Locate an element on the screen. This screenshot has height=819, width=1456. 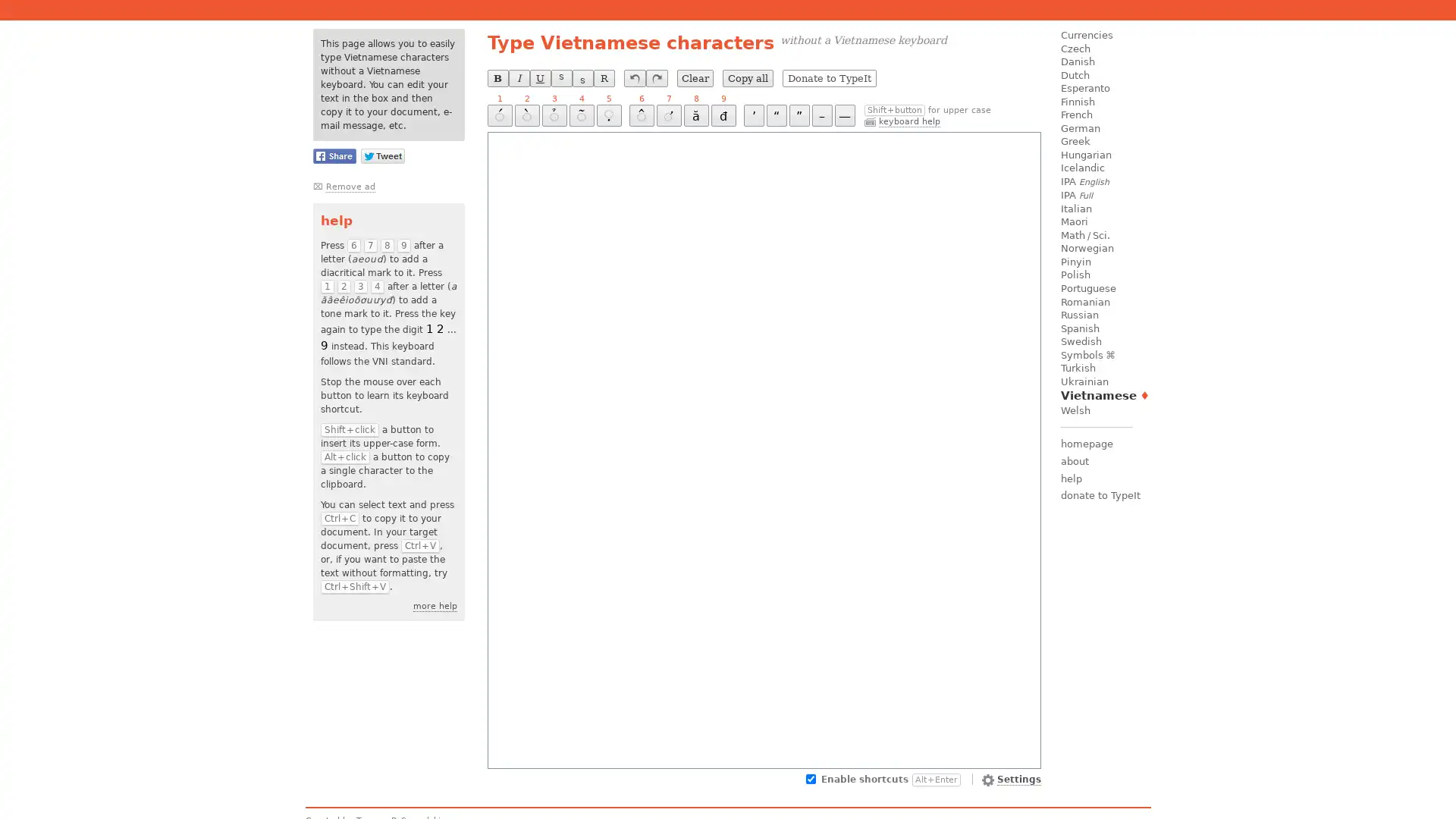
B is located at coordinates (497, 78).